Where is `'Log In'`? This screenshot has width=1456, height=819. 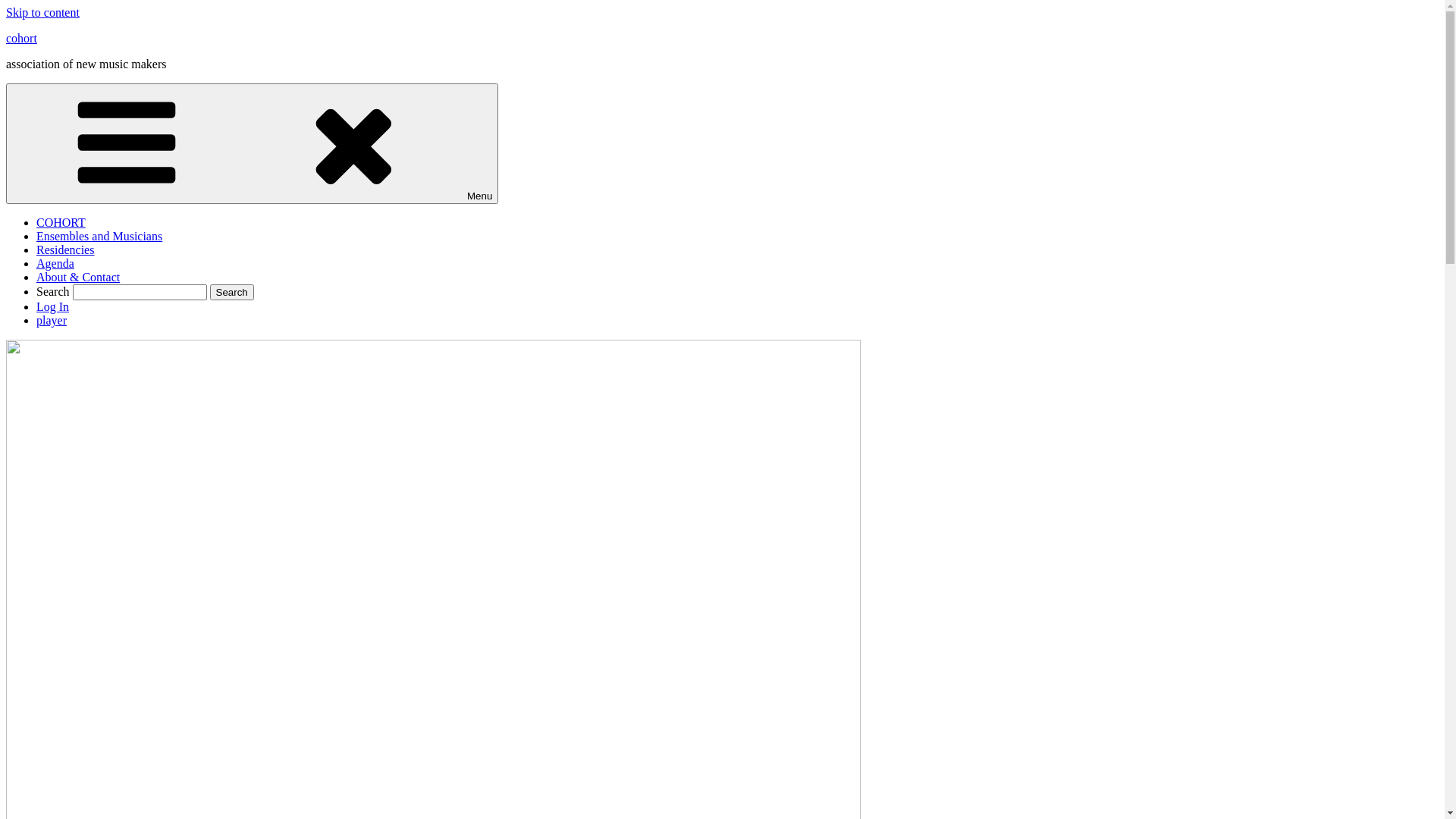 'Log In' is located at coordinates (52, 306).